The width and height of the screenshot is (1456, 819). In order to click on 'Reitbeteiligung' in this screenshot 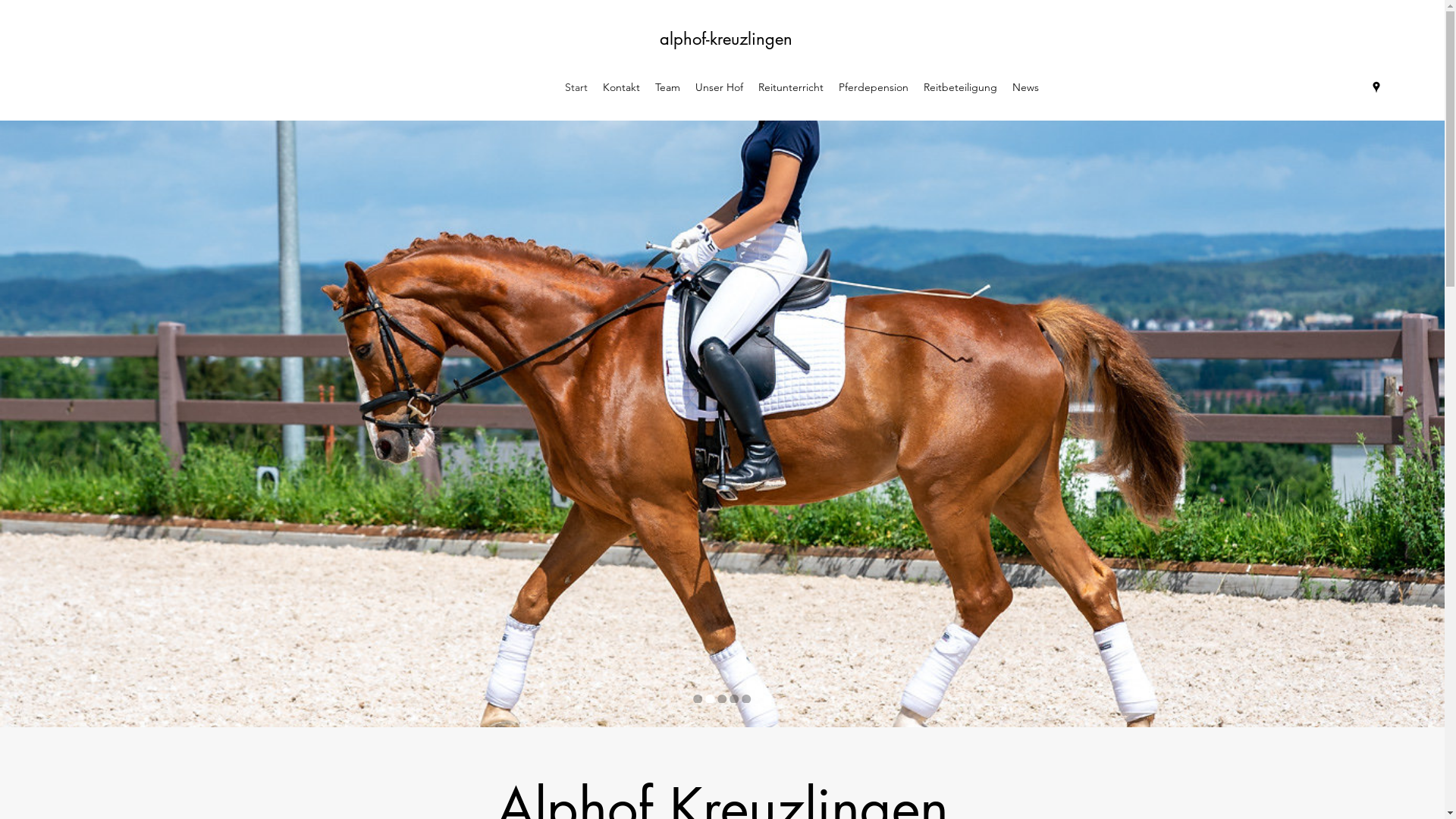, I will do `click(959, 87)`.